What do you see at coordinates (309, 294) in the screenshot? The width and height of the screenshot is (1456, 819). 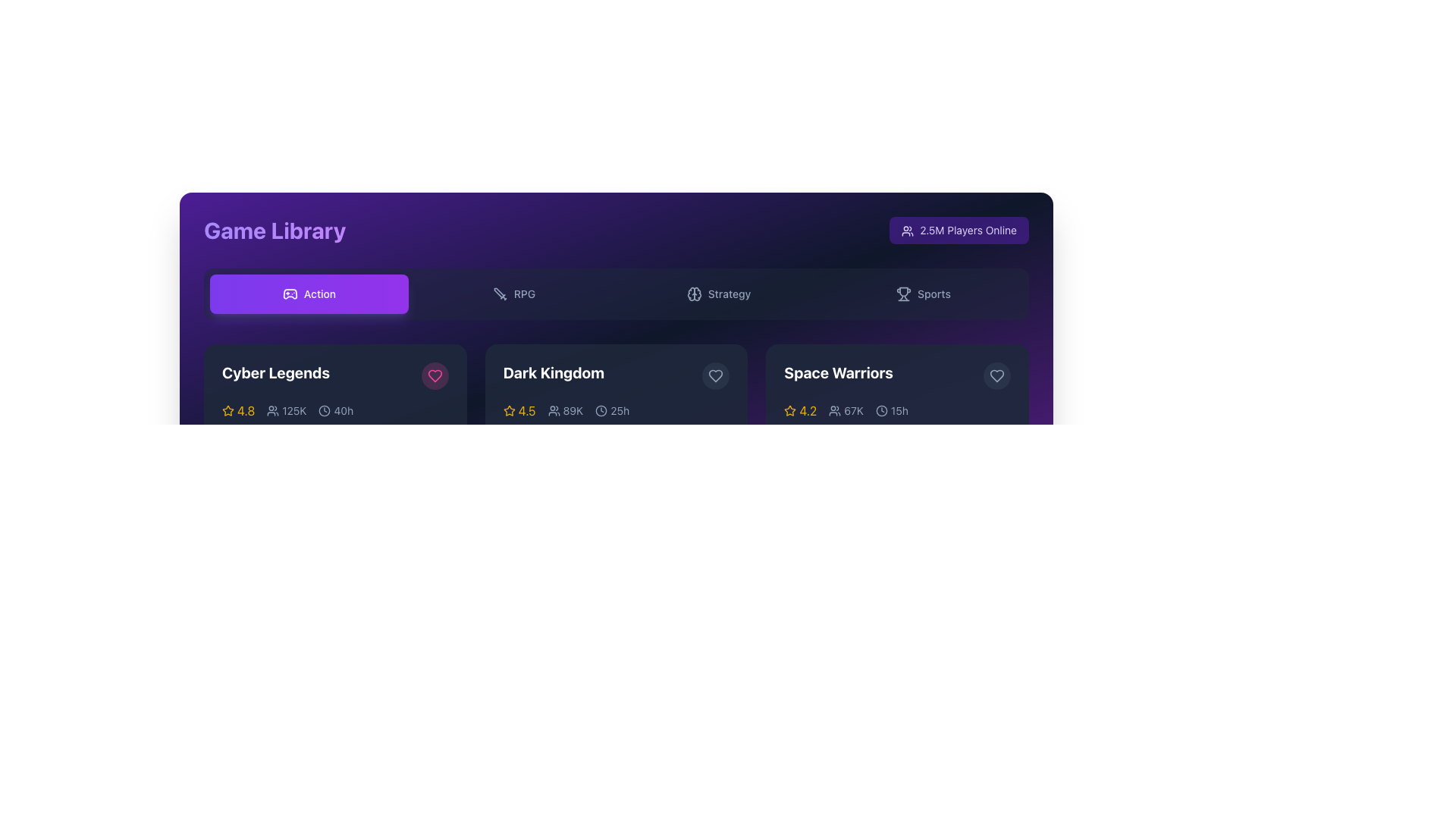 I see `the 'Action' button, the first button in a series of four buttons labeled 'Action', 'RPG', 'Strategy', and 'Sports', to navigate through keyboard input` at bounding box center [309, 294].